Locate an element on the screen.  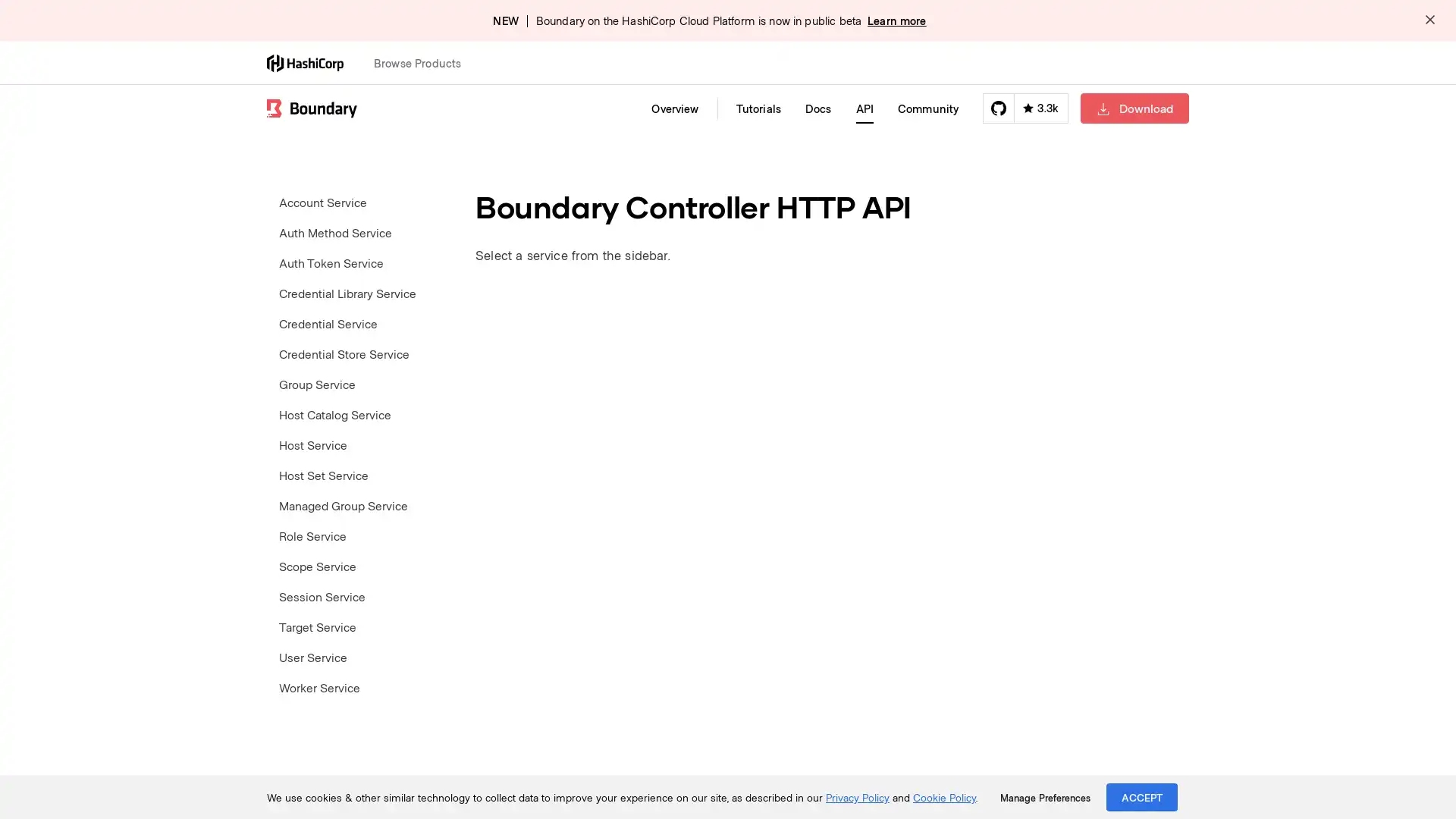
Browse Products Open this menu is located at coordinates (424, 62).